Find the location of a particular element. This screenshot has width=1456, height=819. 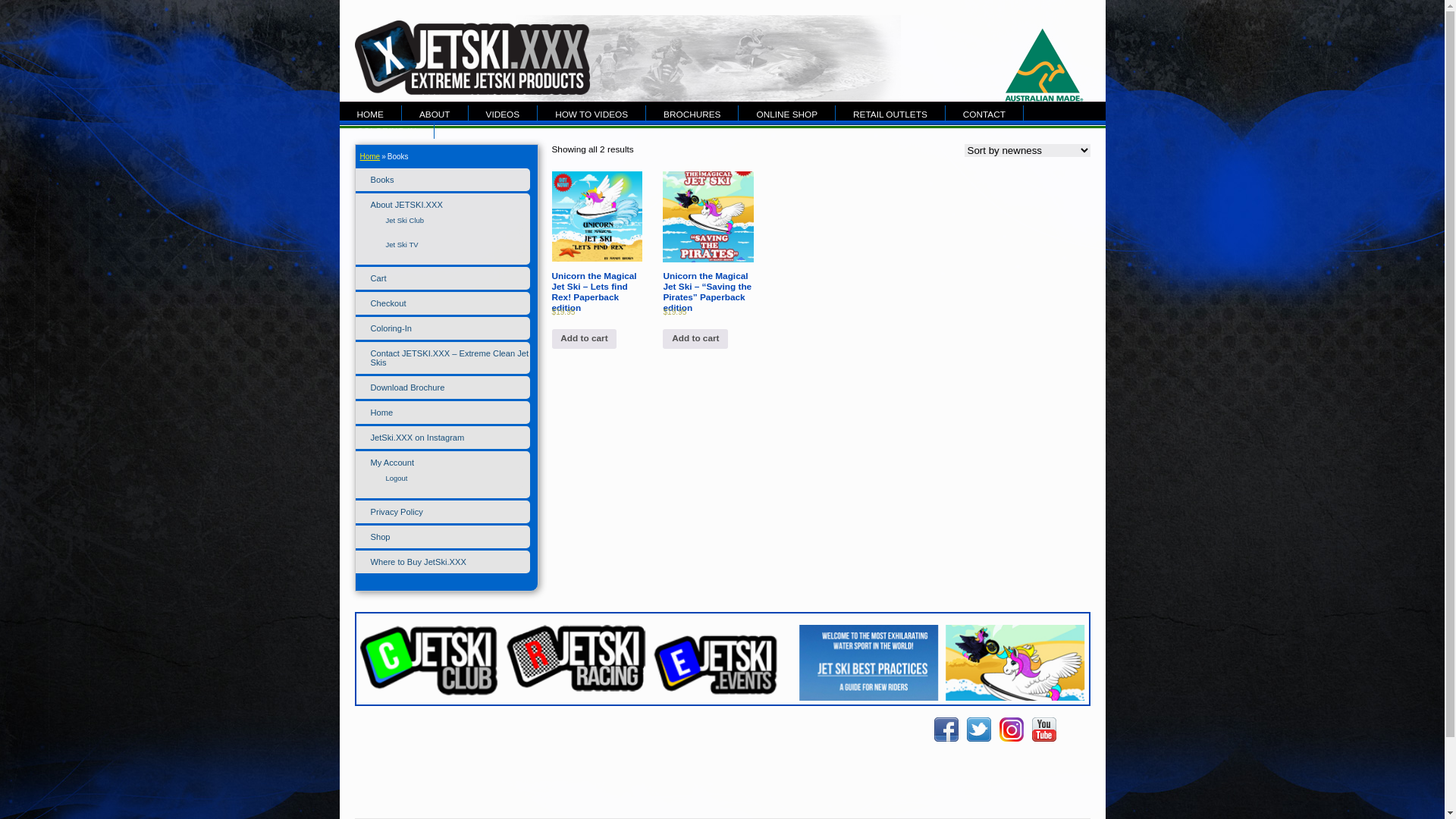

'Download Brochure' is located at coordinates (407, 386).